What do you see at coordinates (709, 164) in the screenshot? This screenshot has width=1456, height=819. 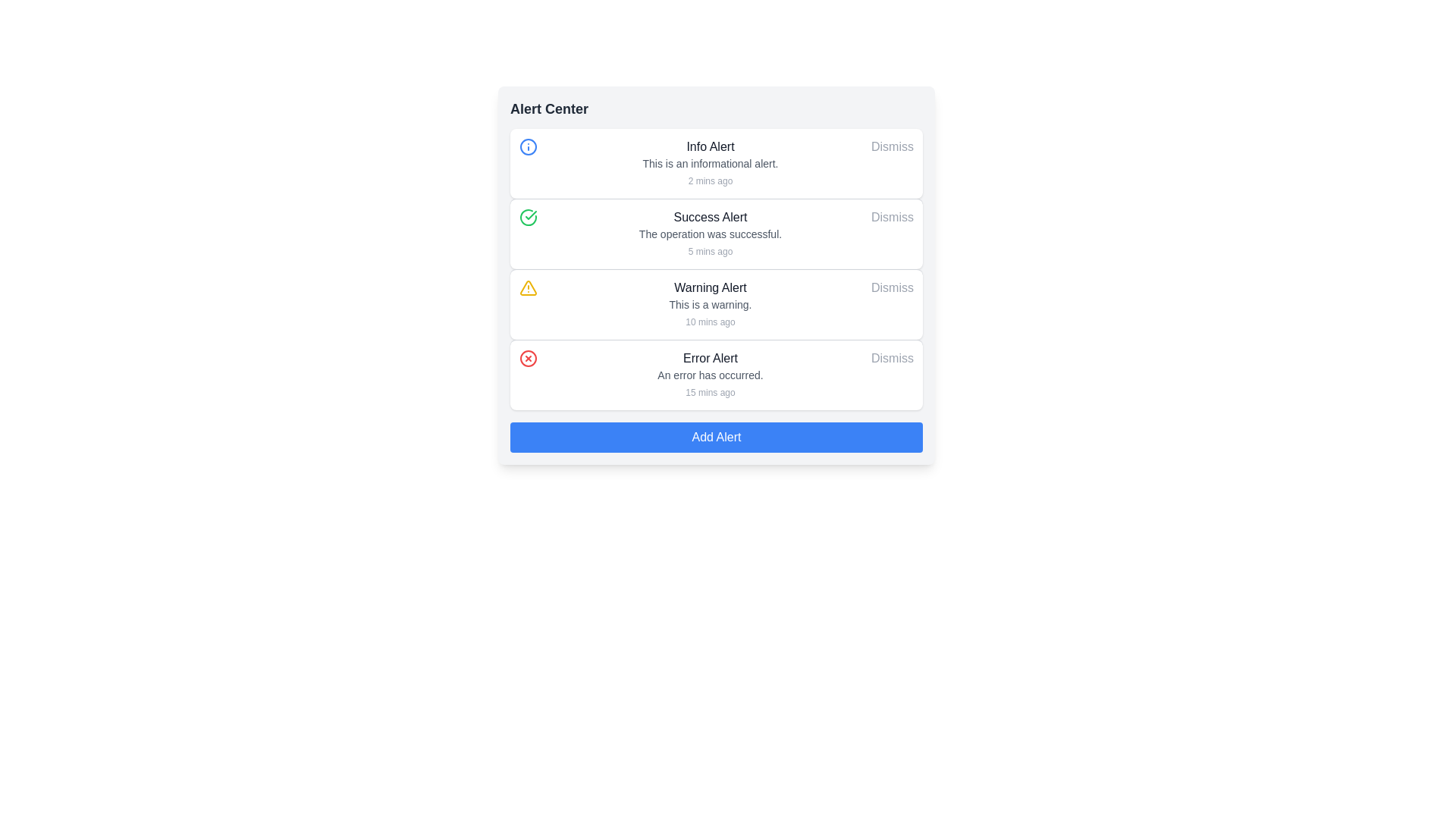 I see `the topmost informational alert message in the alert panel, which is adjacent to a blue 'info' icon on the left and a 'Dismiss' button on the right` at bounding box center [709, 164].